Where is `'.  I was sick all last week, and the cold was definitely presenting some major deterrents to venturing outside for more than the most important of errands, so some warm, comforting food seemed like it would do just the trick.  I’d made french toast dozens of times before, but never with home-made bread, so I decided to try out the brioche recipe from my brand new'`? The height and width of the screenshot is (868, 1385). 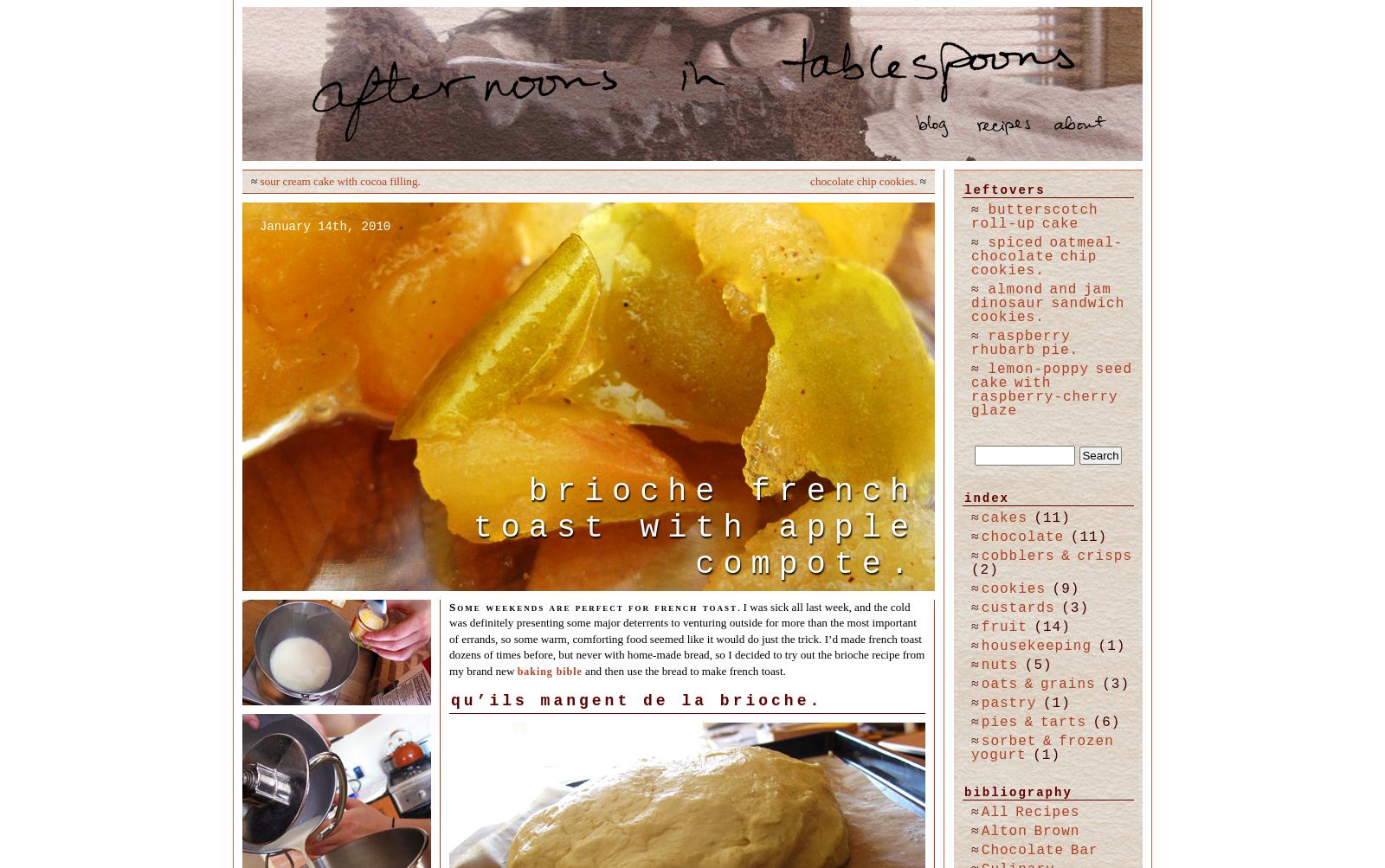 '.  I was sick all last week, and the cold was definitely presenting some major deterrents to venturing outside for more than the most important of errands, so some warm, comforting food seemed like it would do just the trick.  I’d made french toast dozens of times before, but never with home-made bread, so I decided to try out the brioche recipe from my brand new' is located at coordinates (686, 638).